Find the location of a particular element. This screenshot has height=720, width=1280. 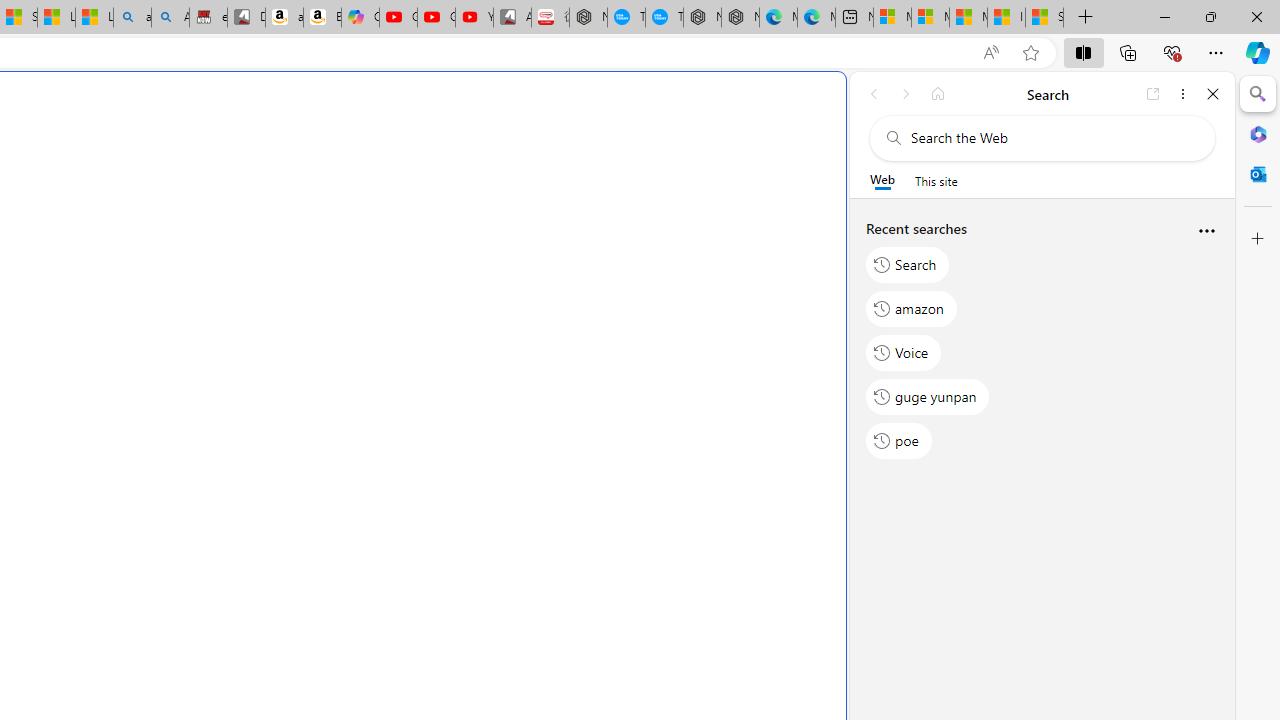

'Amazon Echo Dot PNG - Search Images' is located at coordinates (170, 17).